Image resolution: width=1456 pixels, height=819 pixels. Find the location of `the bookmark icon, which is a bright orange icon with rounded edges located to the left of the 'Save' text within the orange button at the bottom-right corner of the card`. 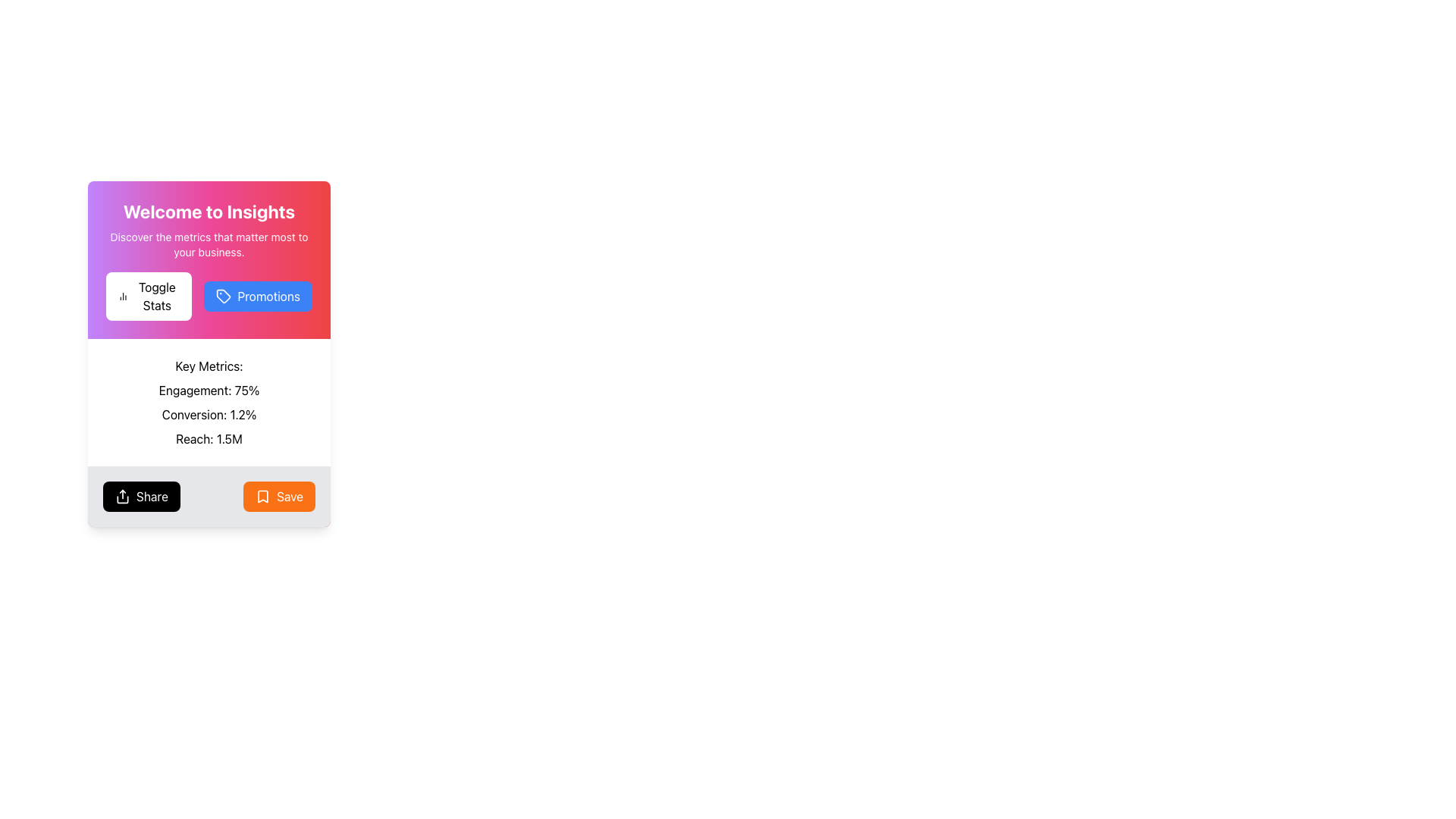

the bookmark icon, which is a bright orange icon with rounded edges located to the left of the 'Save' text within the orange button at the bottom-right corner of the card is located at coordinates (262, 497).